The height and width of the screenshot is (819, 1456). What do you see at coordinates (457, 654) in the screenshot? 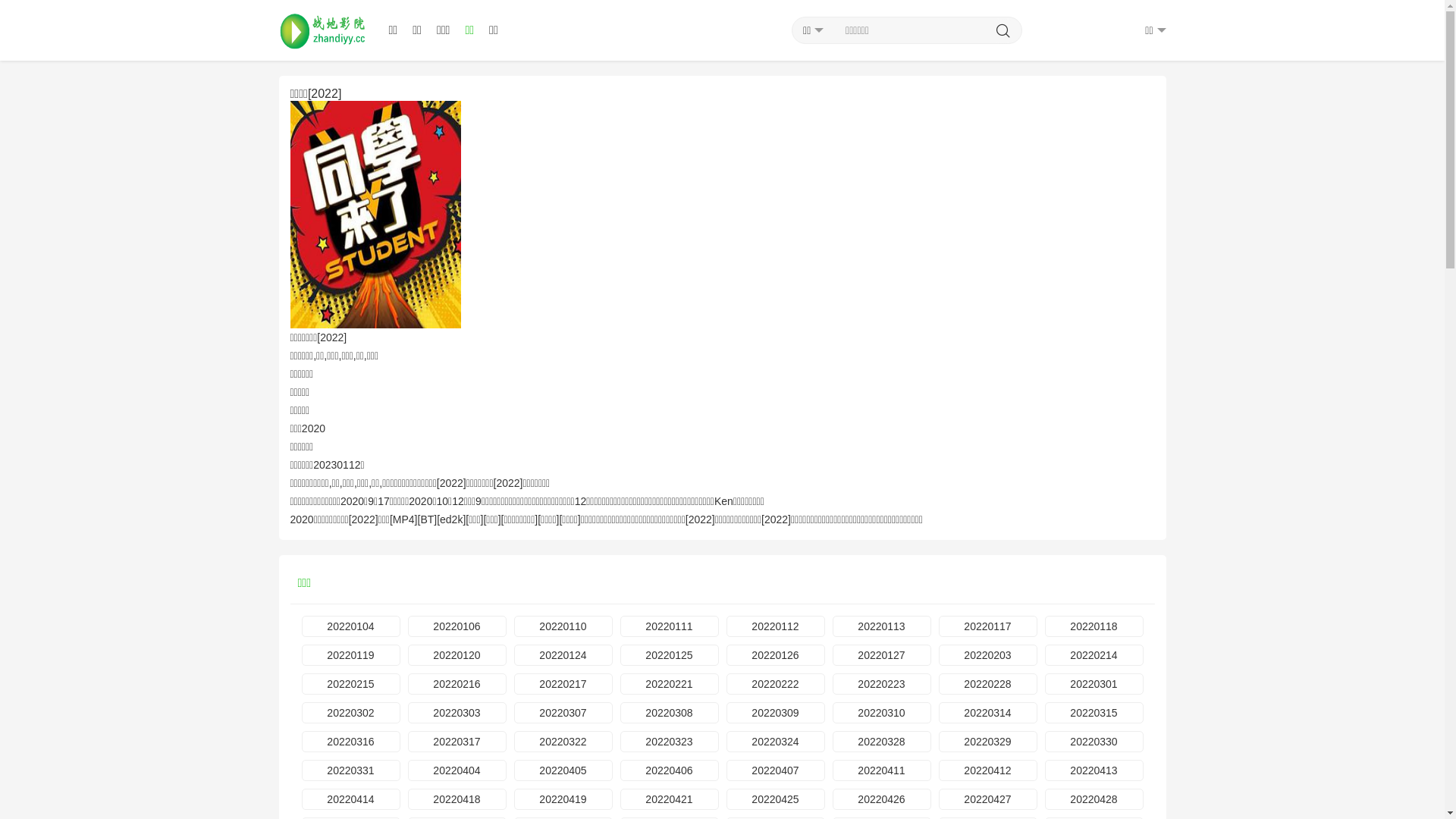
I see `'20220120'` at bounding box center [457, 654].